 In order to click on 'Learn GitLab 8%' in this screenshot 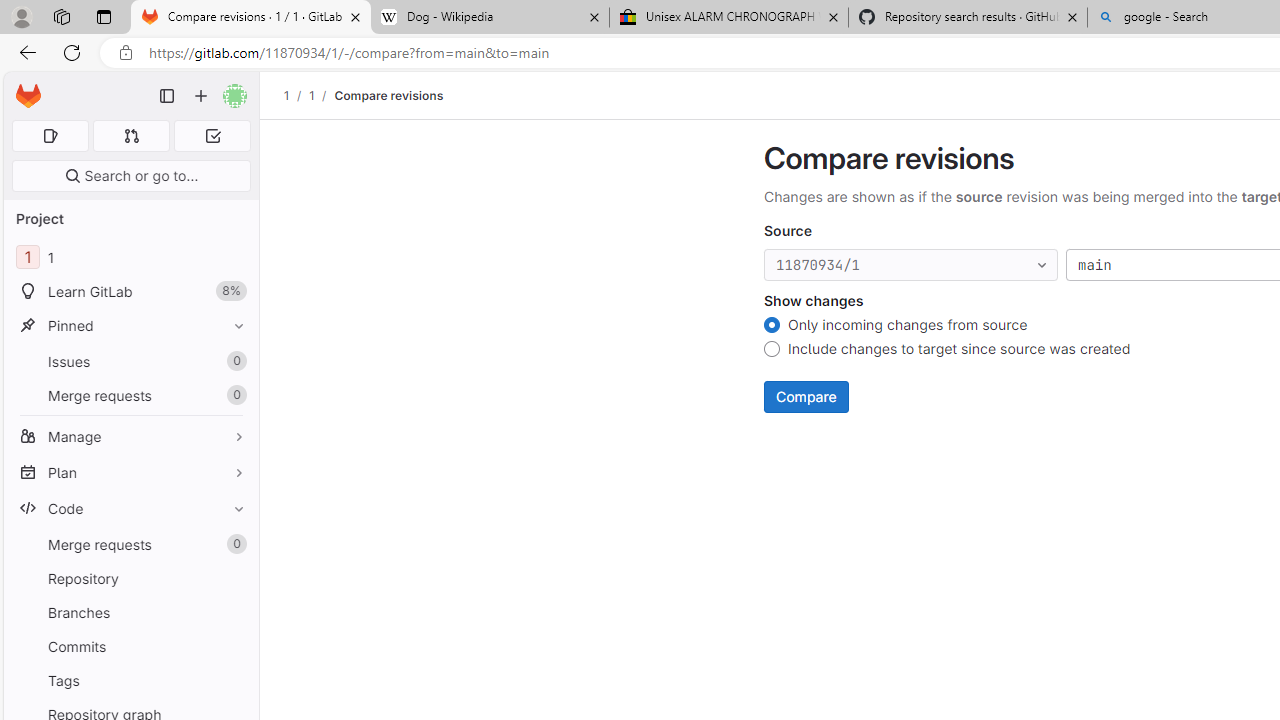, I will do `click(130, 291)`.